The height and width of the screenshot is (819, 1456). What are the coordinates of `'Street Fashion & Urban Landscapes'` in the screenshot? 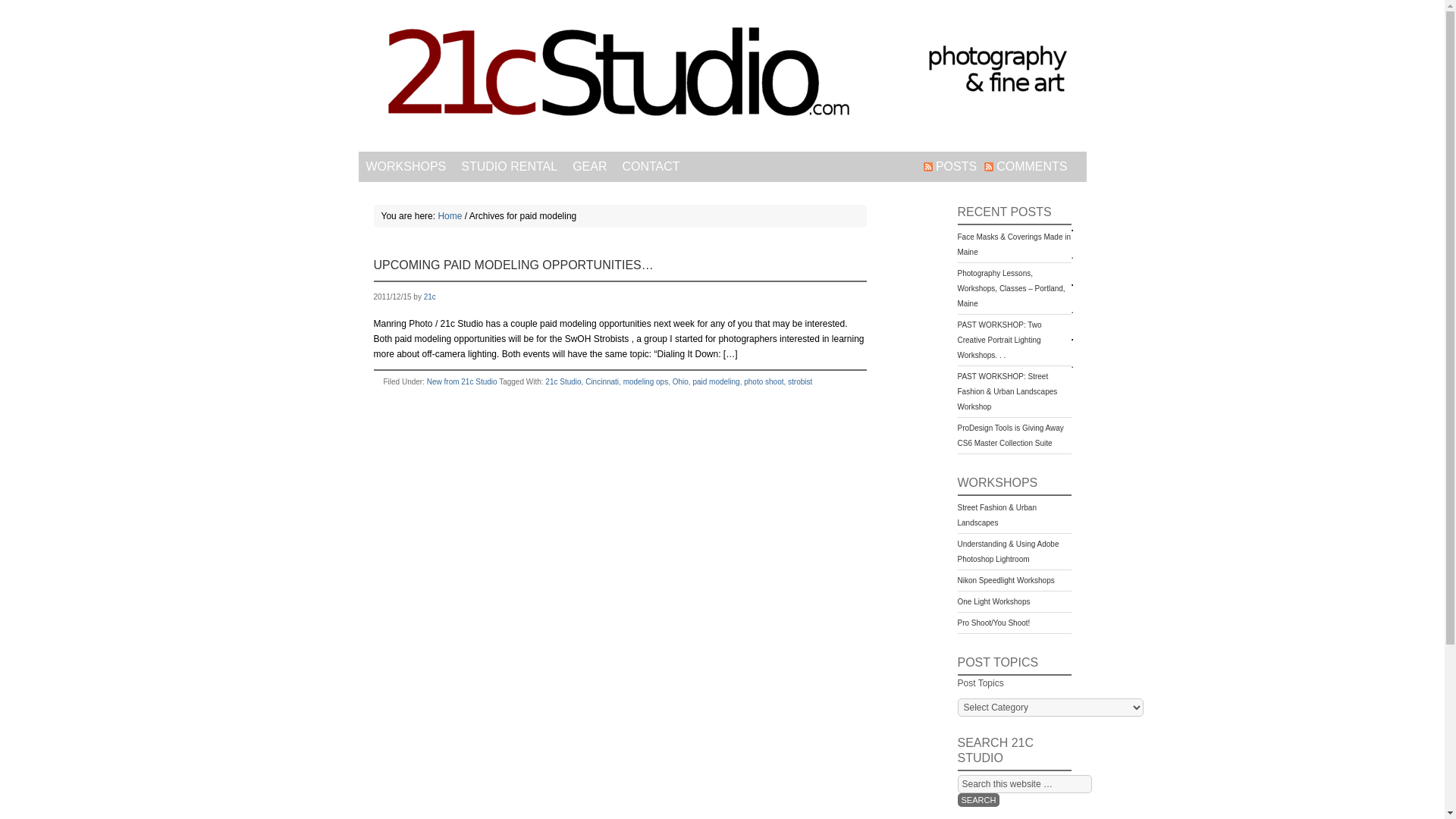 It's located at (996, 514).